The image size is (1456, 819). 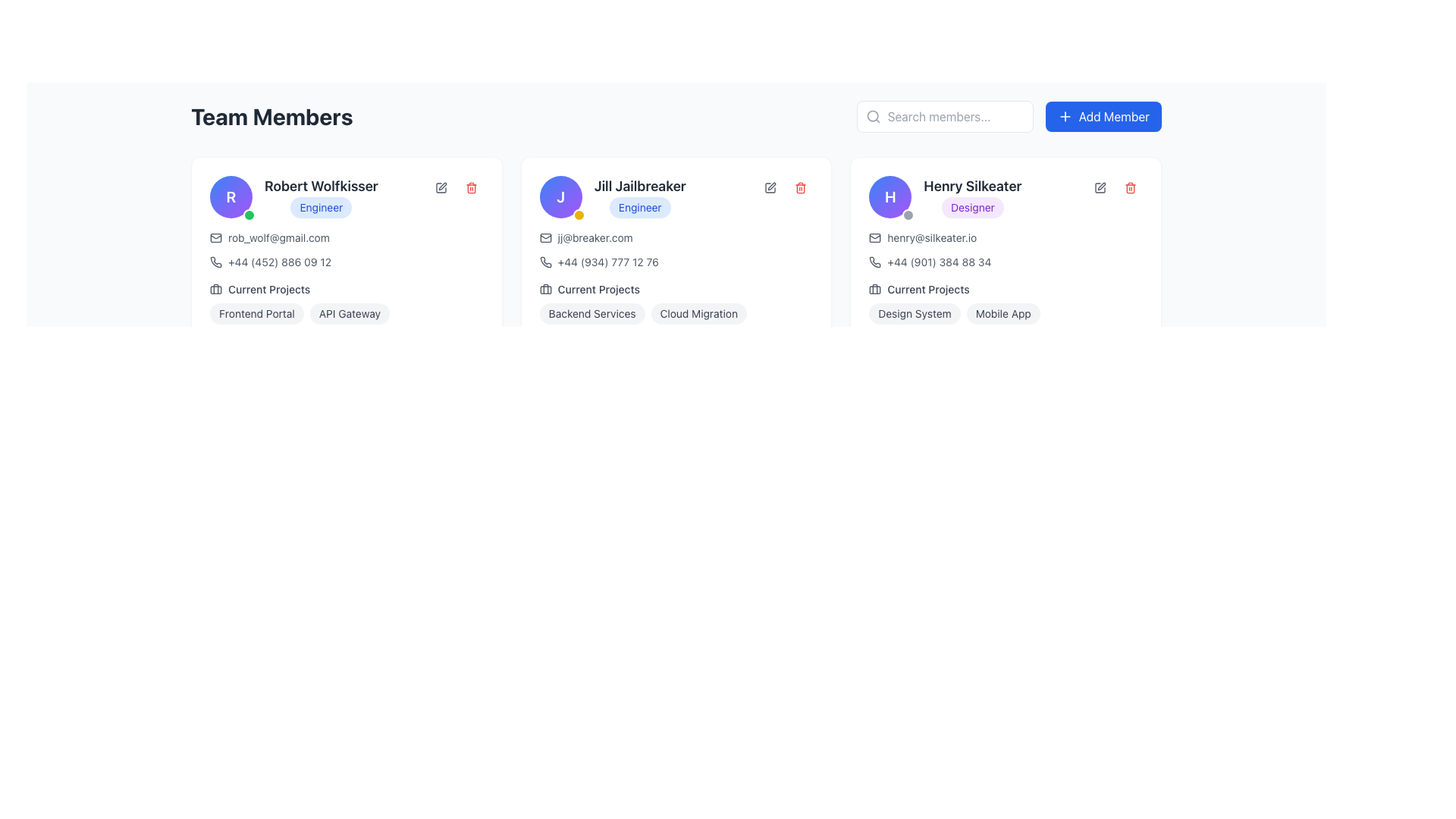 I want to click on the Label Badge displaying the title 'Engineer' located below the name 'Robert Wolfkisser' in the leftmost profile card of the 'Team Members' section, so click(x=293, y=196).